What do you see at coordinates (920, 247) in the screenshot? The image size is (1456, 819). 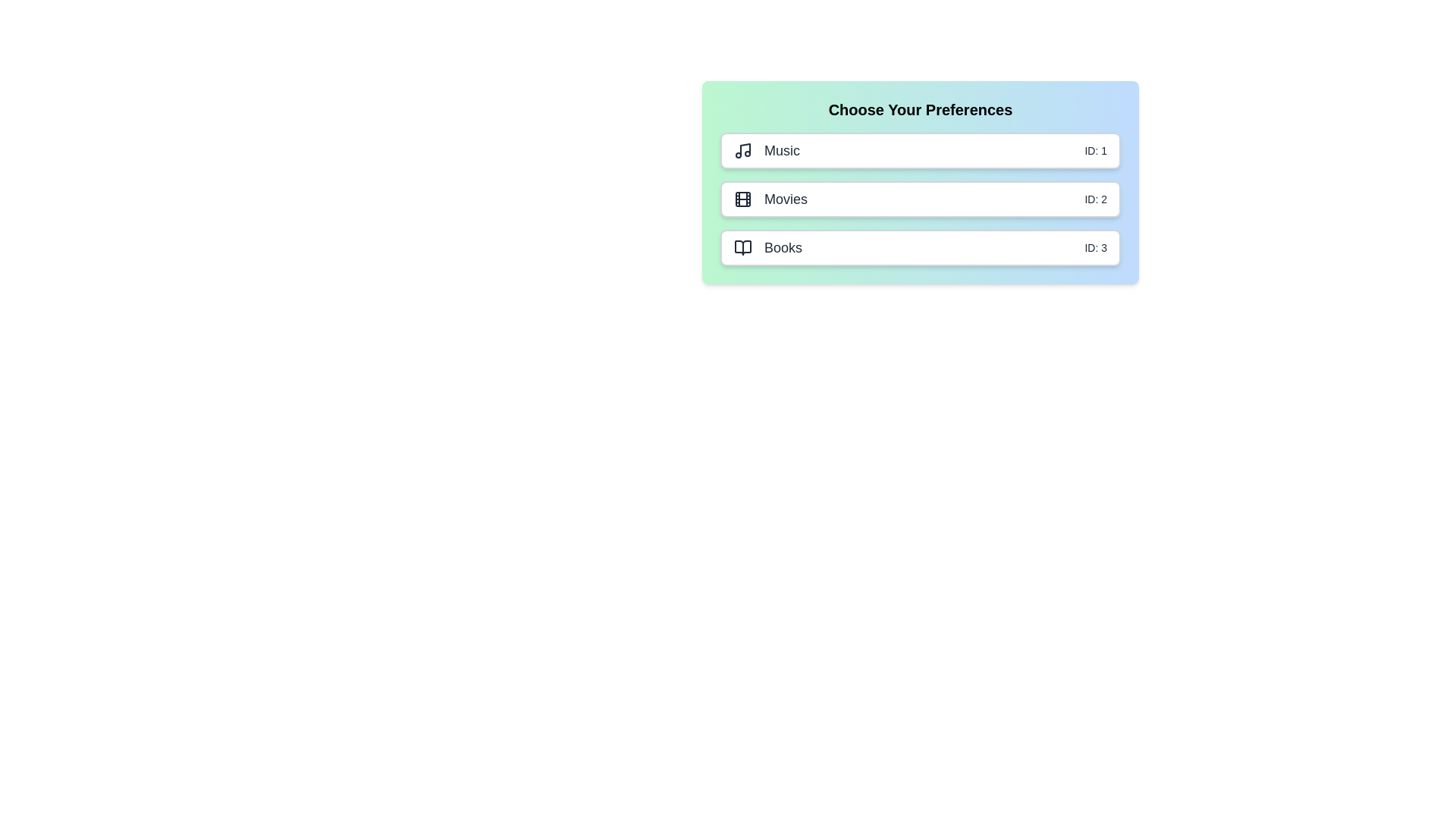 I see `the multimedia item Books from the list` at bounding box center [920, 247].